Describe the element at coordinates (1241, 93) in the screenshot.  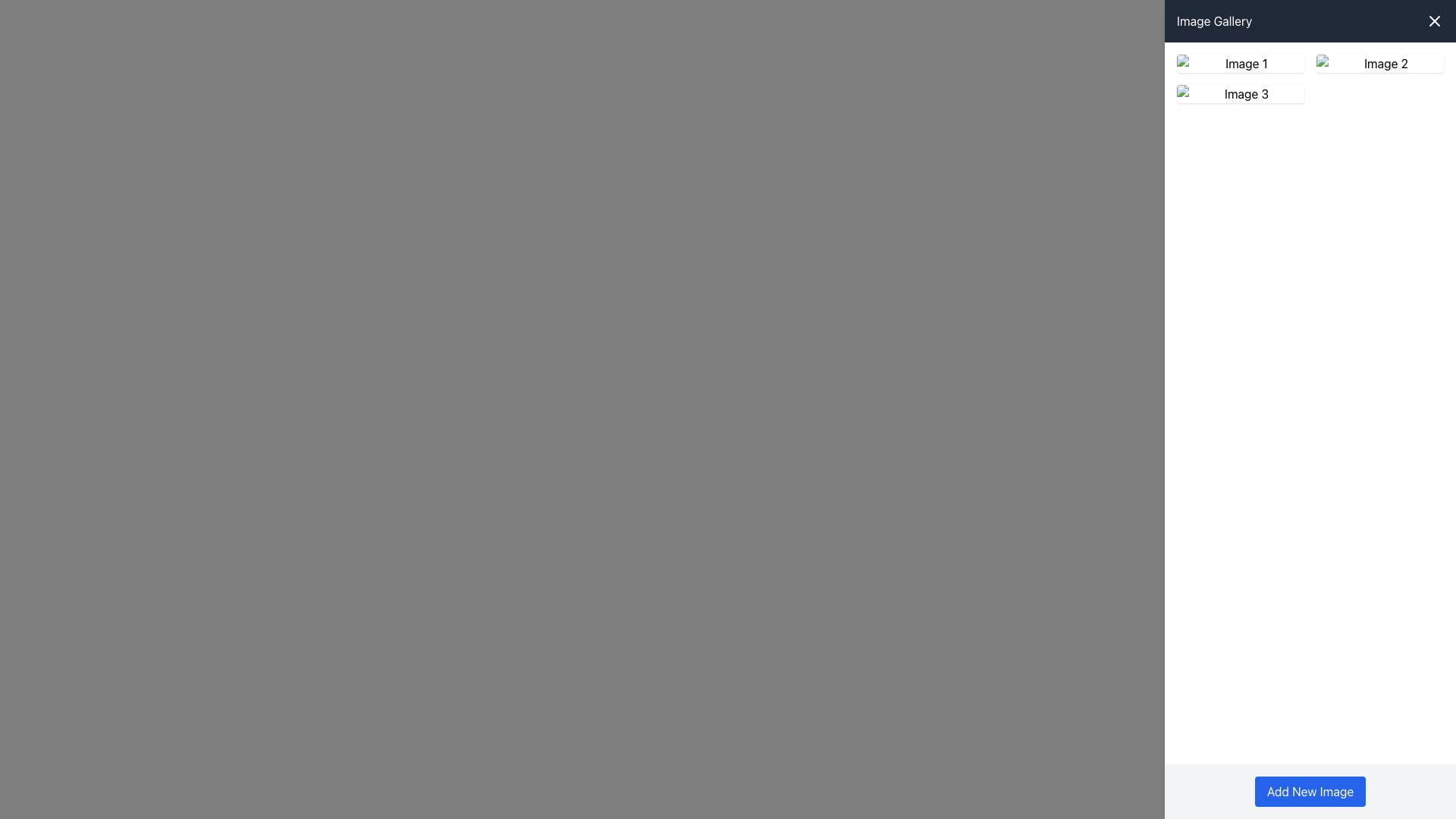
I see `the interactive icon/button located in the top-right of the 'Image Gallery' panel` at that location.